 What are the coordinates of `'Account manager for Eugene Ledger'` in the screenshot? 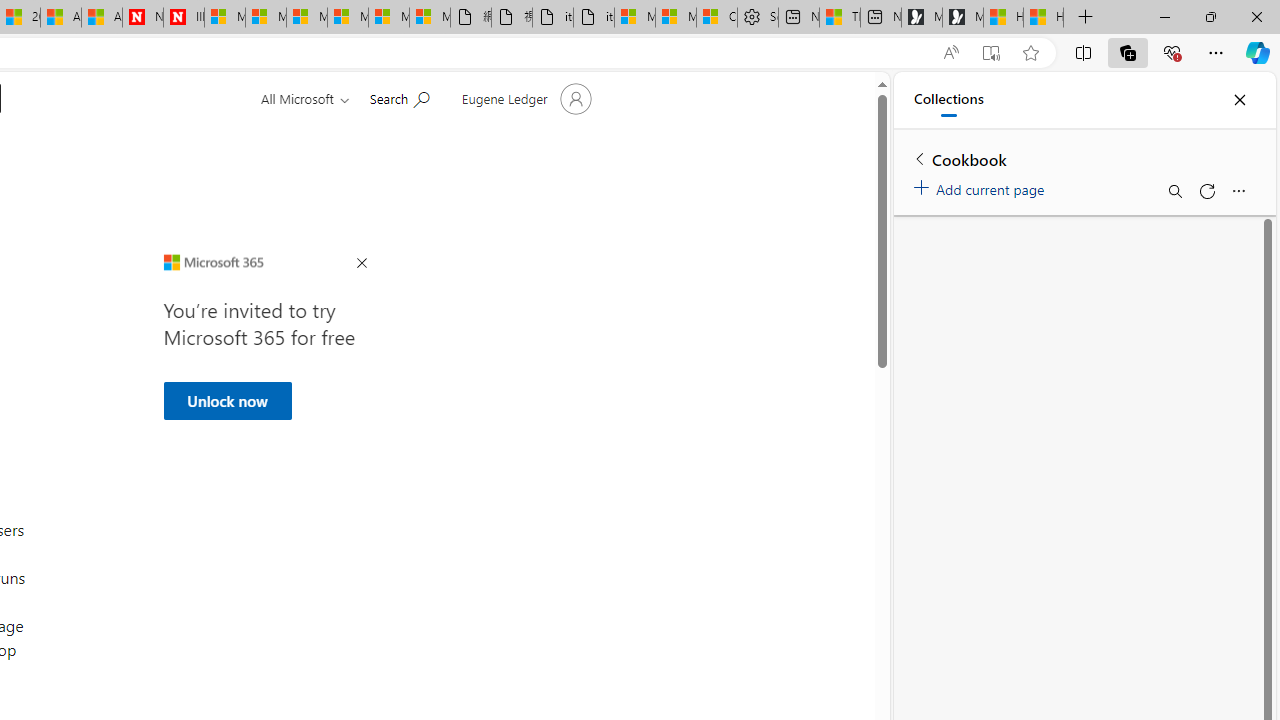 It's located at (524, 99).